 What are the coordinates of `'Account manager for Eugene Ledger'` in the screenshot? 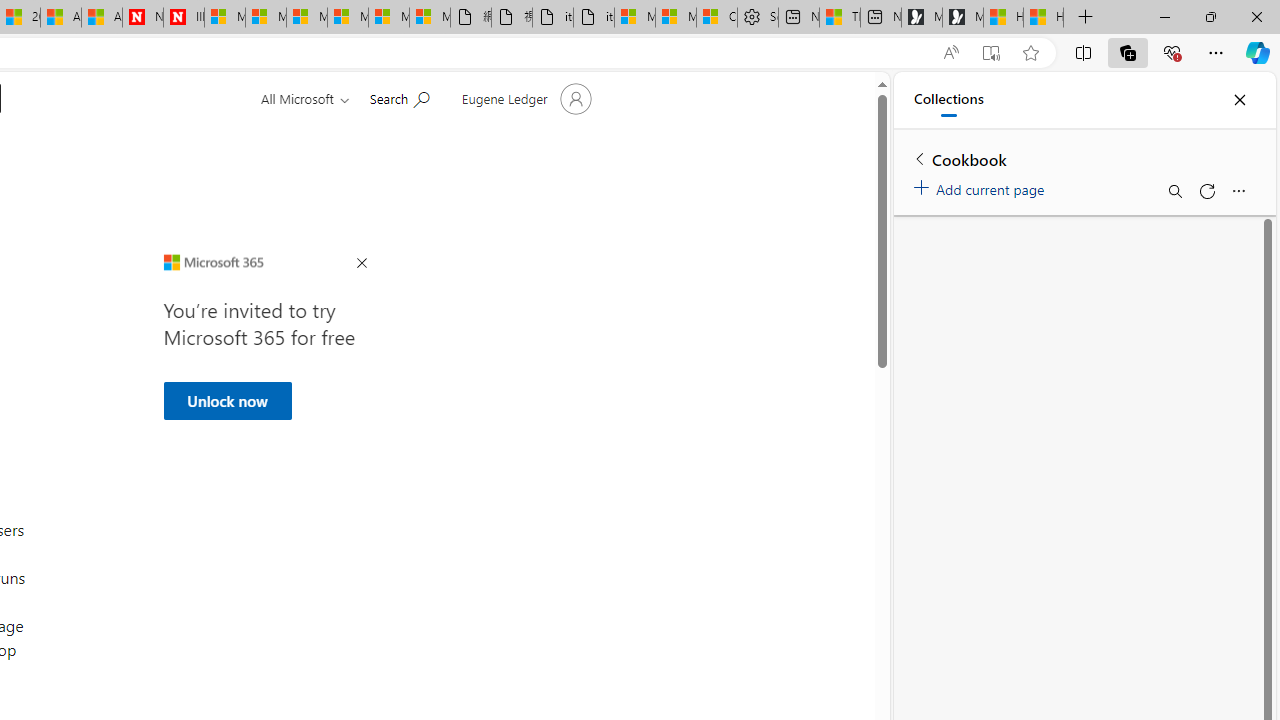 It's located at (524, 99).